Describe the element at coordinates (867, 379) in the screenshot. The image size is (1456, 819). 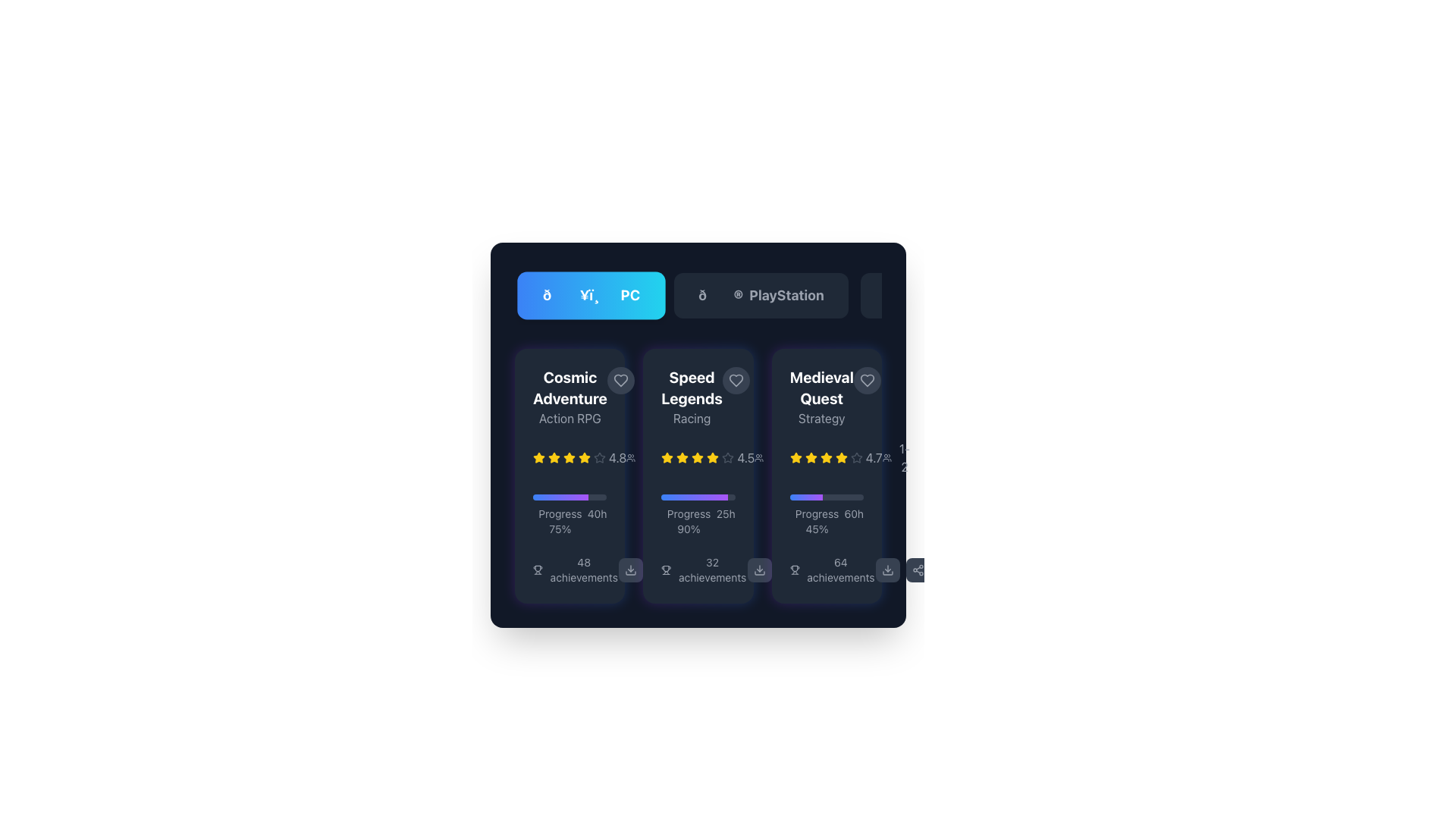
I see `the circular button with a gray background and heart icon located at the upper-right corner of the 'Medieval Quest' card` at that location.